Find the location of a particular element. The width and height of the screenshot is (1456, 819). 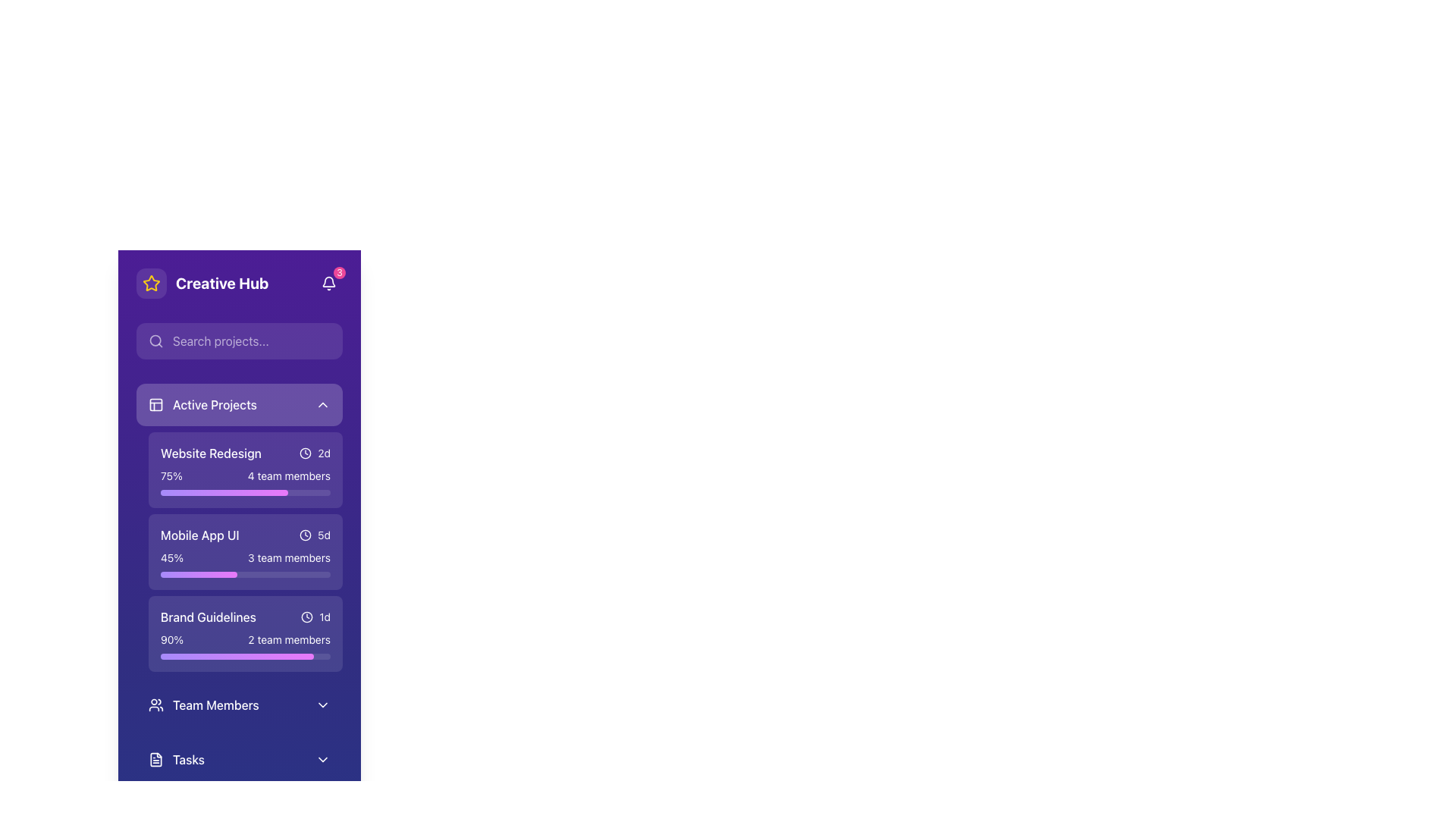

the star-shaped icon with a yellow outline and purple fill, located at the top-left corner of the 'Creative Hub' sidebar, next to the 'Creative Hub' title text is located at coordinates (152, 283).